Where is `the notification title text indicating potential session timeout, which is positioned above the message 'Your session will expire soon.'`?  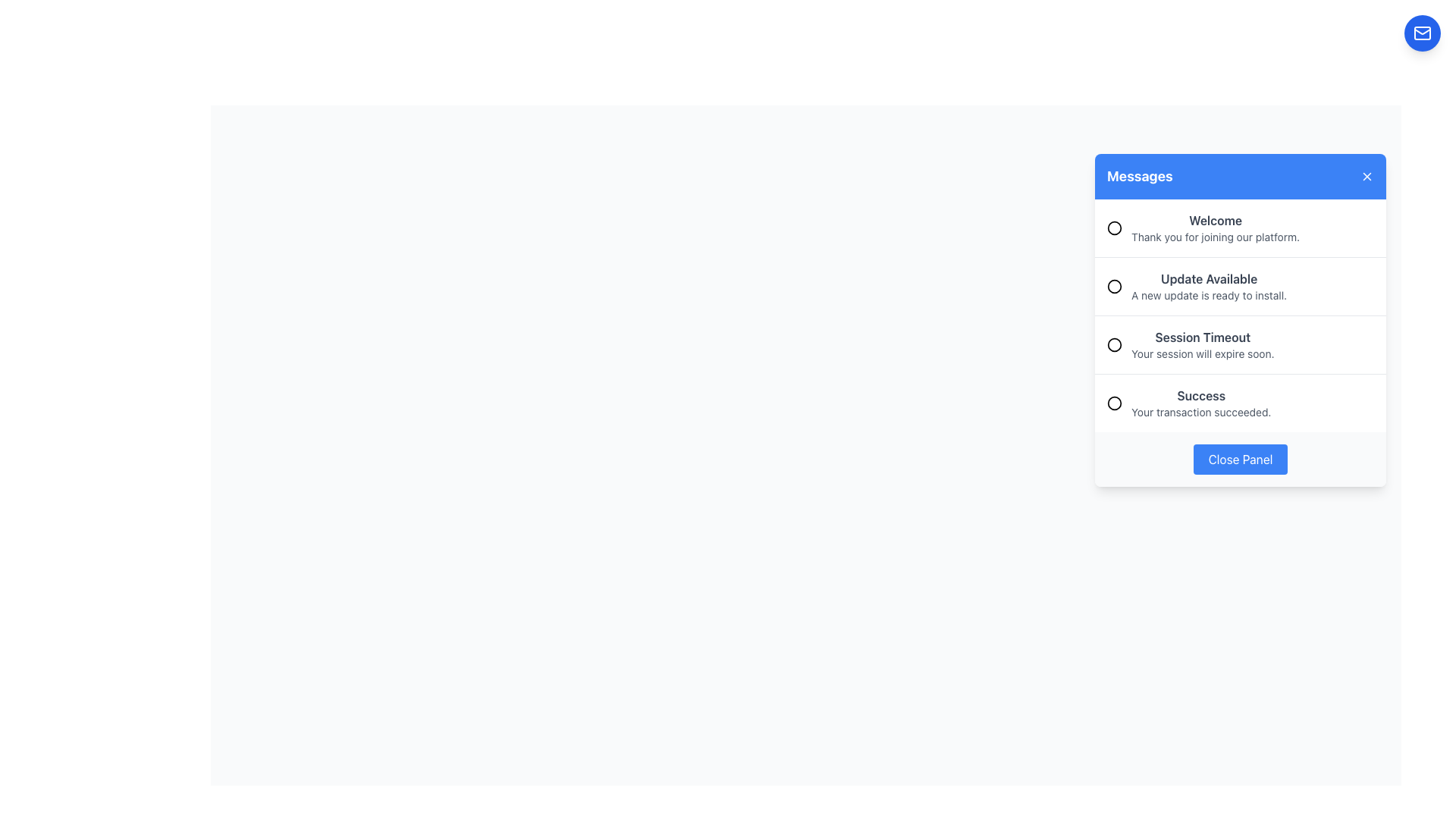 the notification title text indicating potential session timeout, which is positioned above the message 'Your session will expire soon.' is located at coordinates (1201, 336).